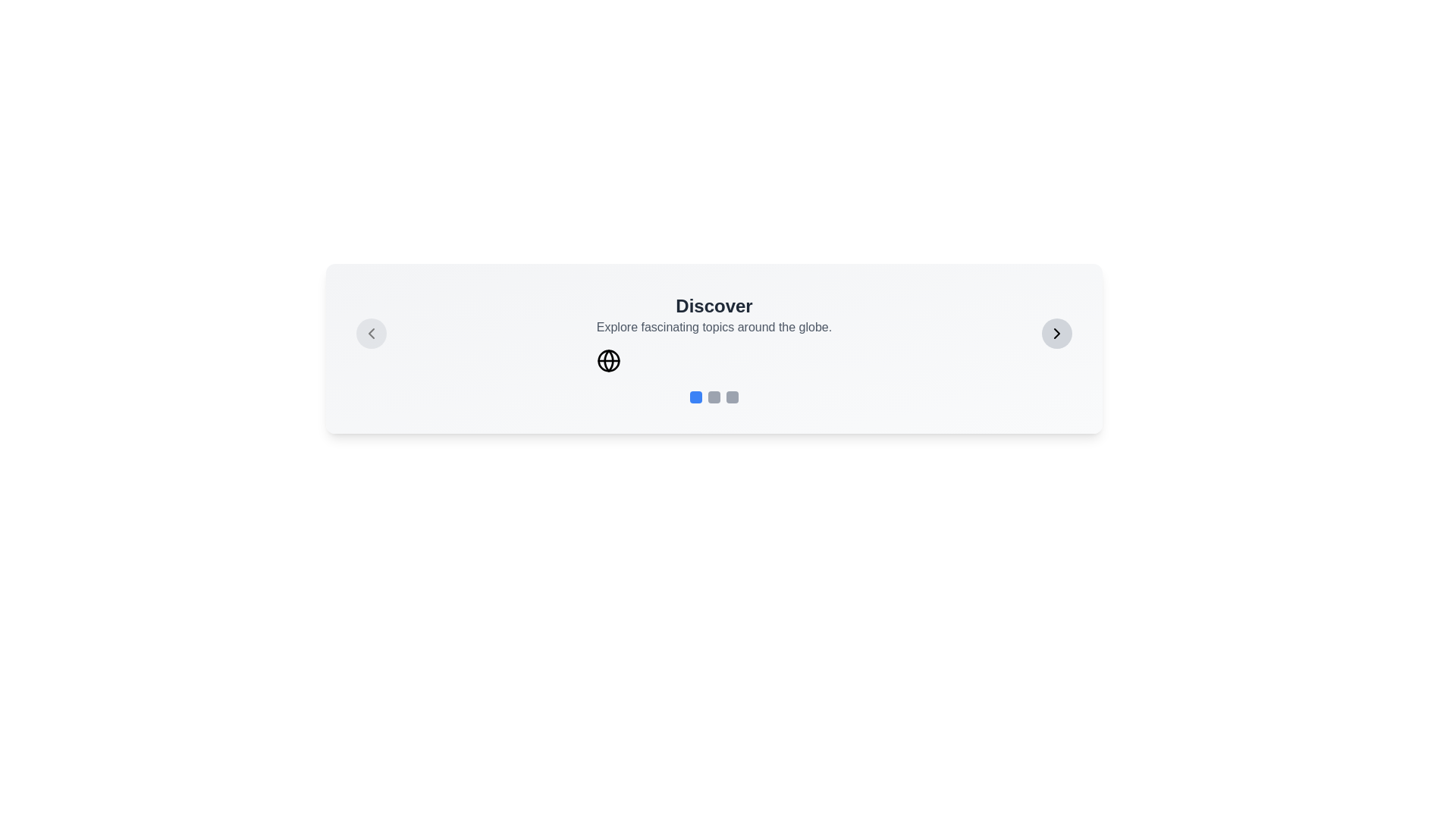 The height and width of the screenshot is (819, 1456). Describe the element at coordinates (713, 397) in the screenshot. I see `the Pagination indicator (dots)` at that location.